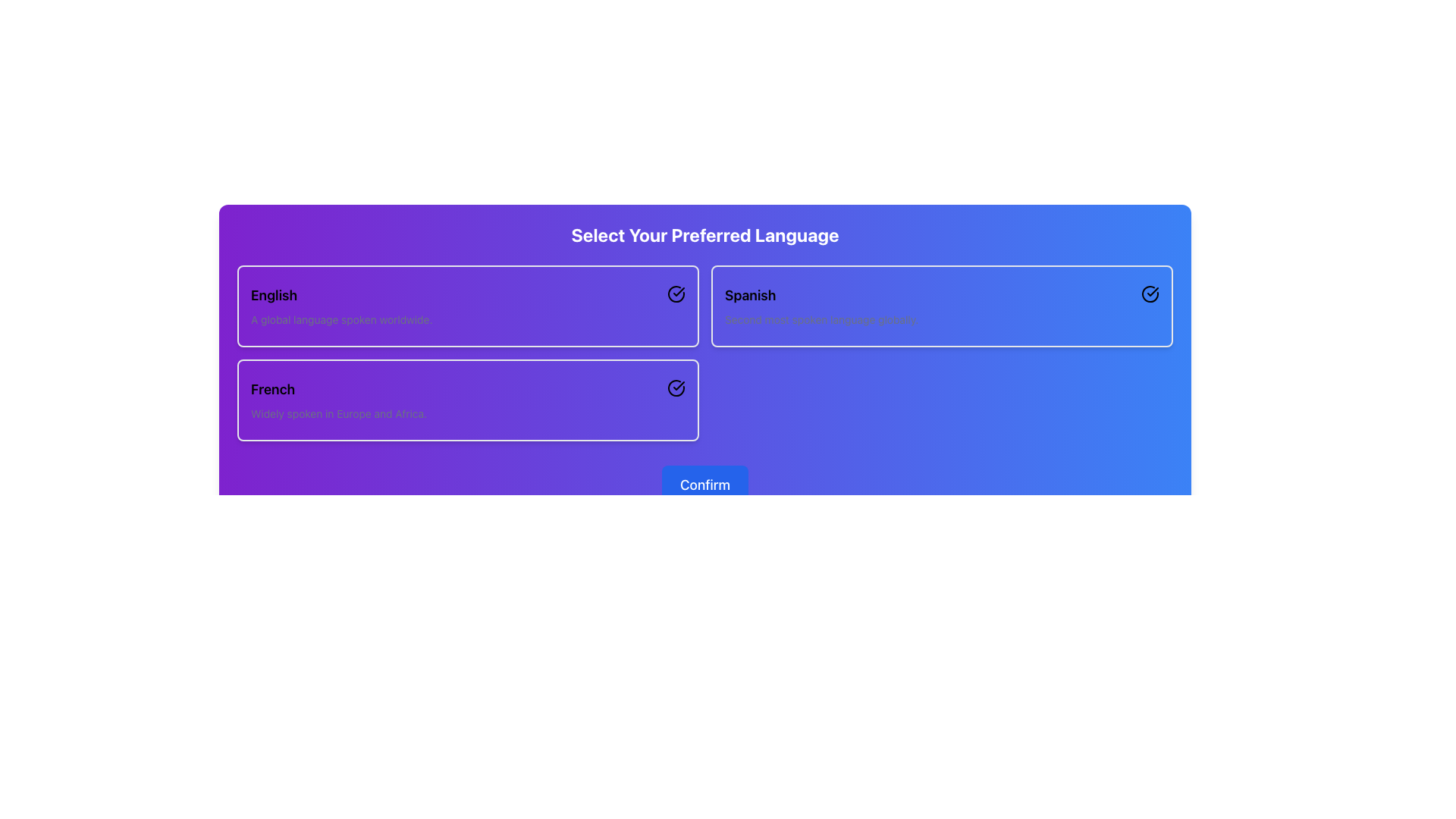  I want to click on the 'French' text label, which is styled in bold and larger font on a purple gradient background, so click(337, 388).